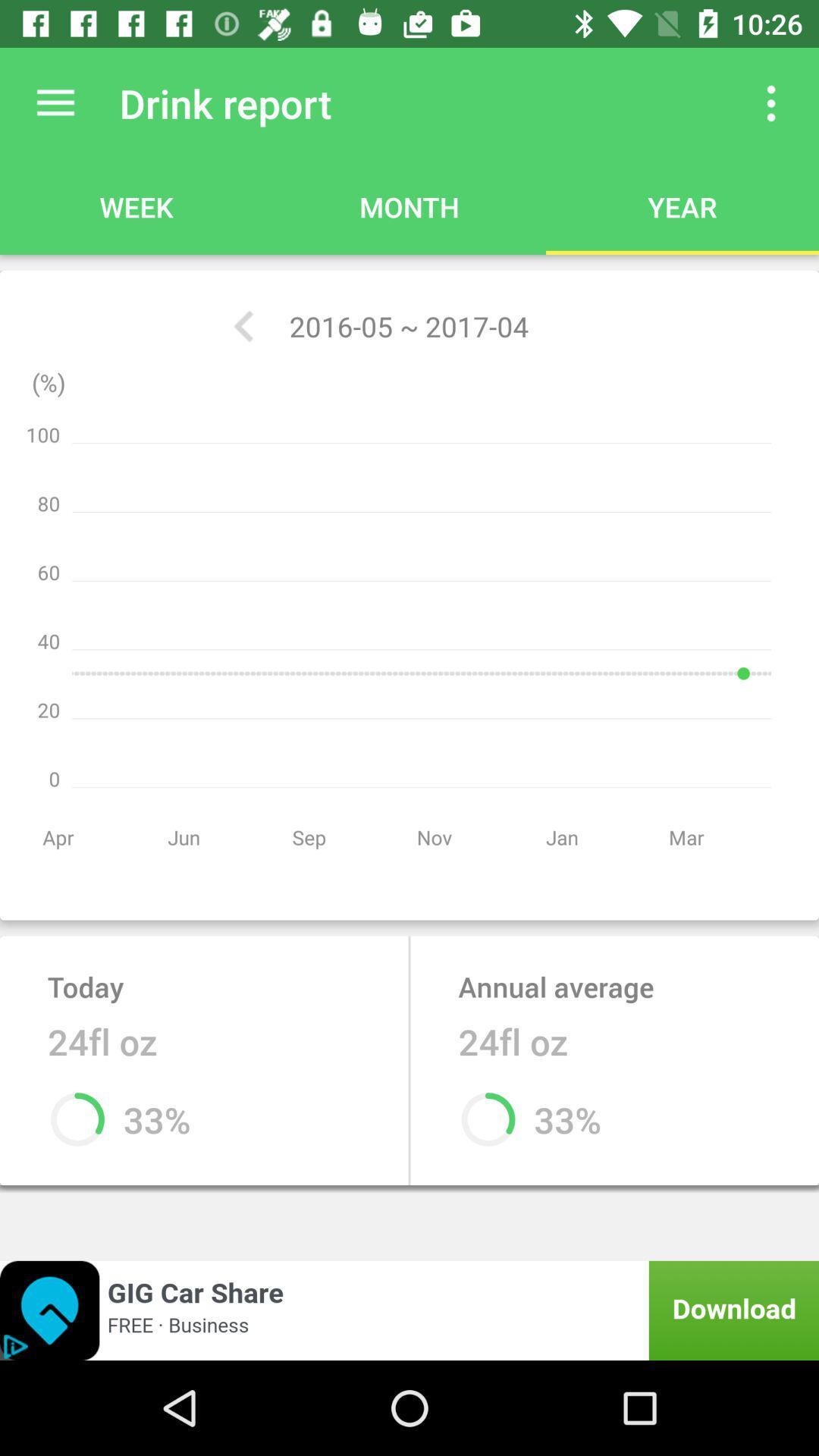  I want to click on open up menu, so click(771, 102).